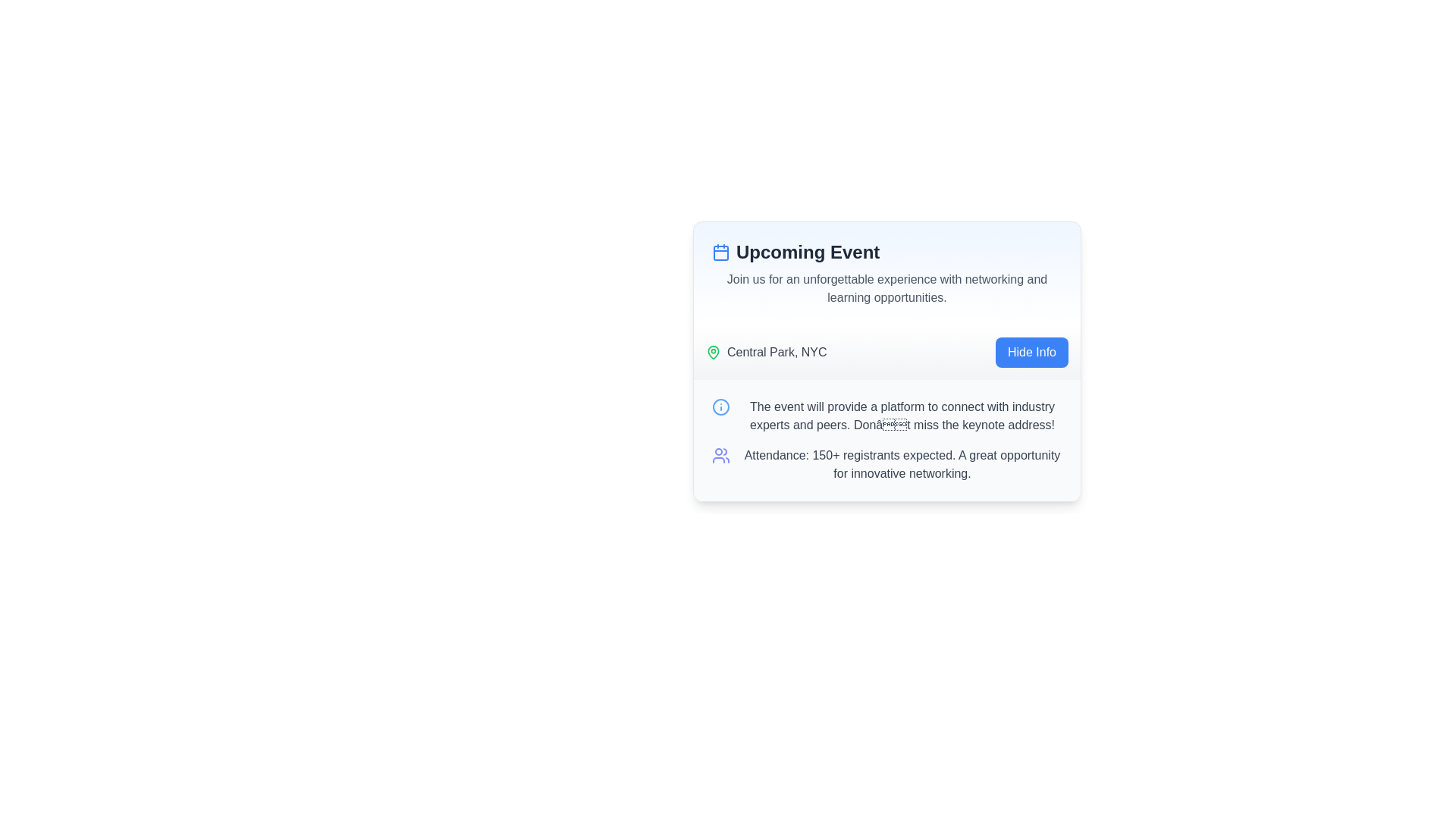 This screenshot has width=1456, height=819. I want to click on the static text element that reads 'Join us for an unforgettable experience with networking and learning opportunities', which is located beneath the 'Upcoming Event' heading, so click(887, 289).